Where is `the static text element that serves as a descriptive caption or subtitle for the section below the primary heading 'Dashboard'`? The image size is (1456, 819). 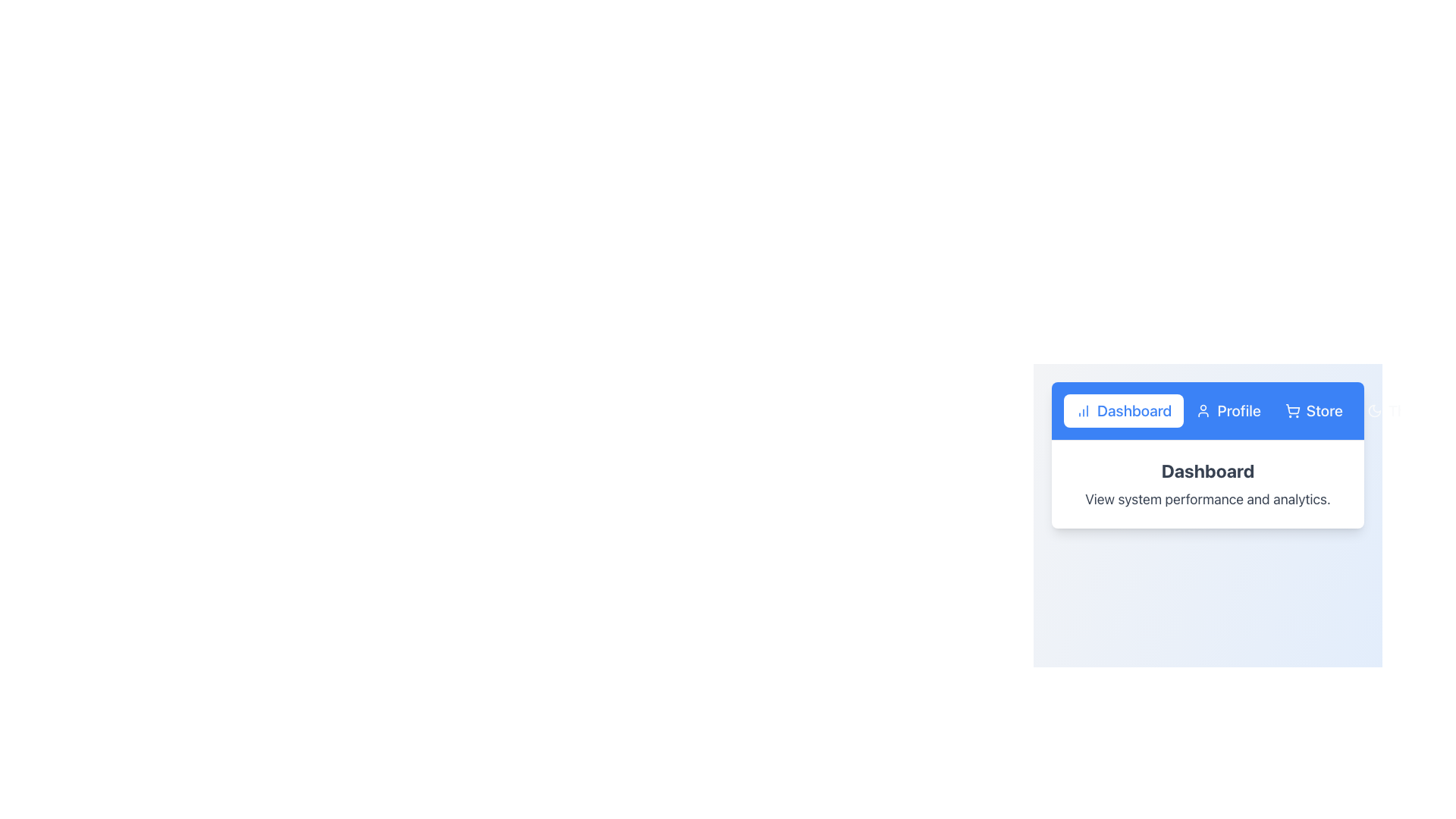 the static text element that serves as a descriptive caption or subtitle for the section below the primary heading 'Dashboard' is located at coordinates (1207, 500).